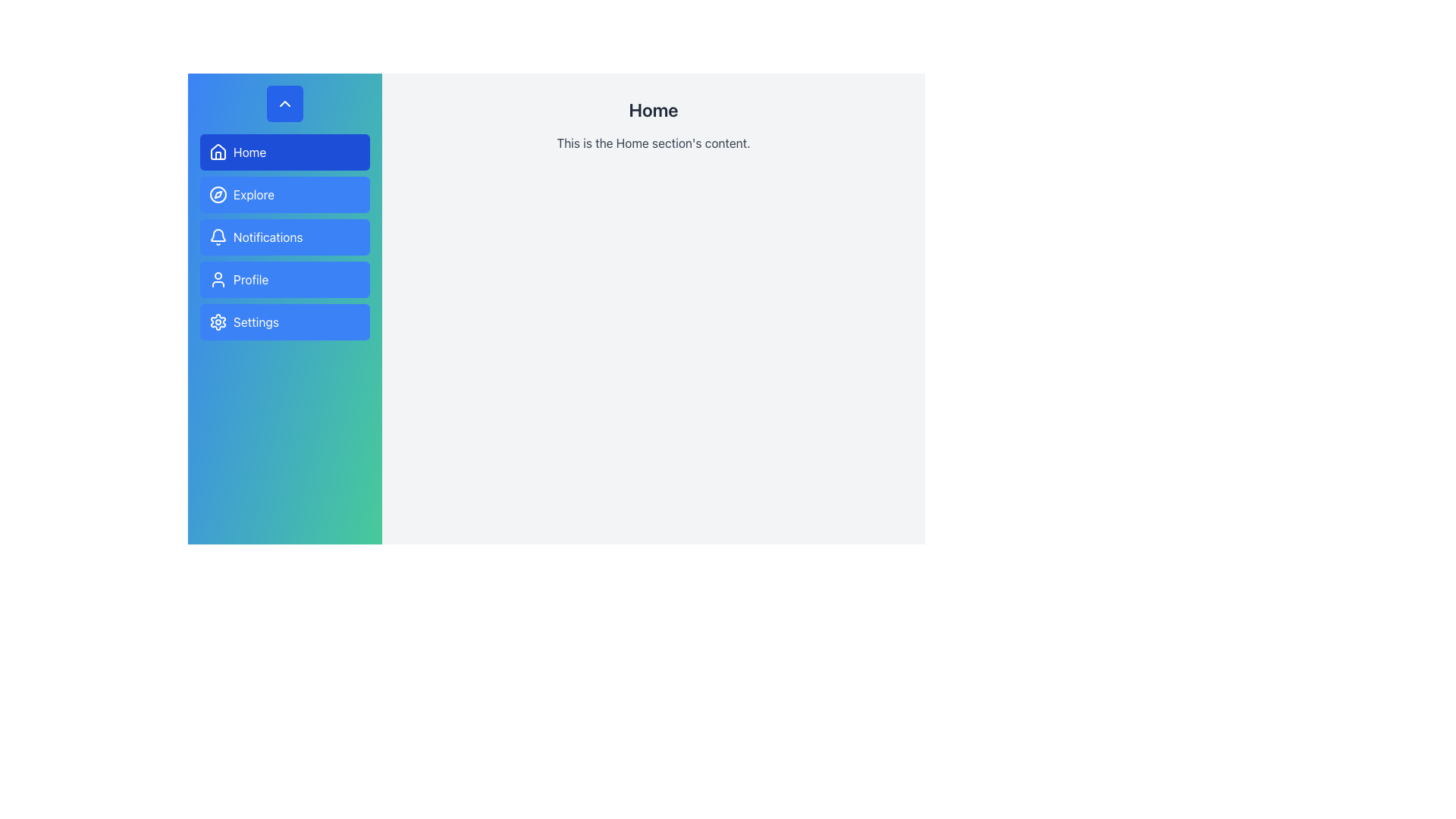 The image size is (1456, 819). What do you see at coordinates (284, 237) in the screenshot?
I see `the 'Notifications' button, which is the third button in a vertically stacked list within a sidebar menu` at bounding box center [284, 237].